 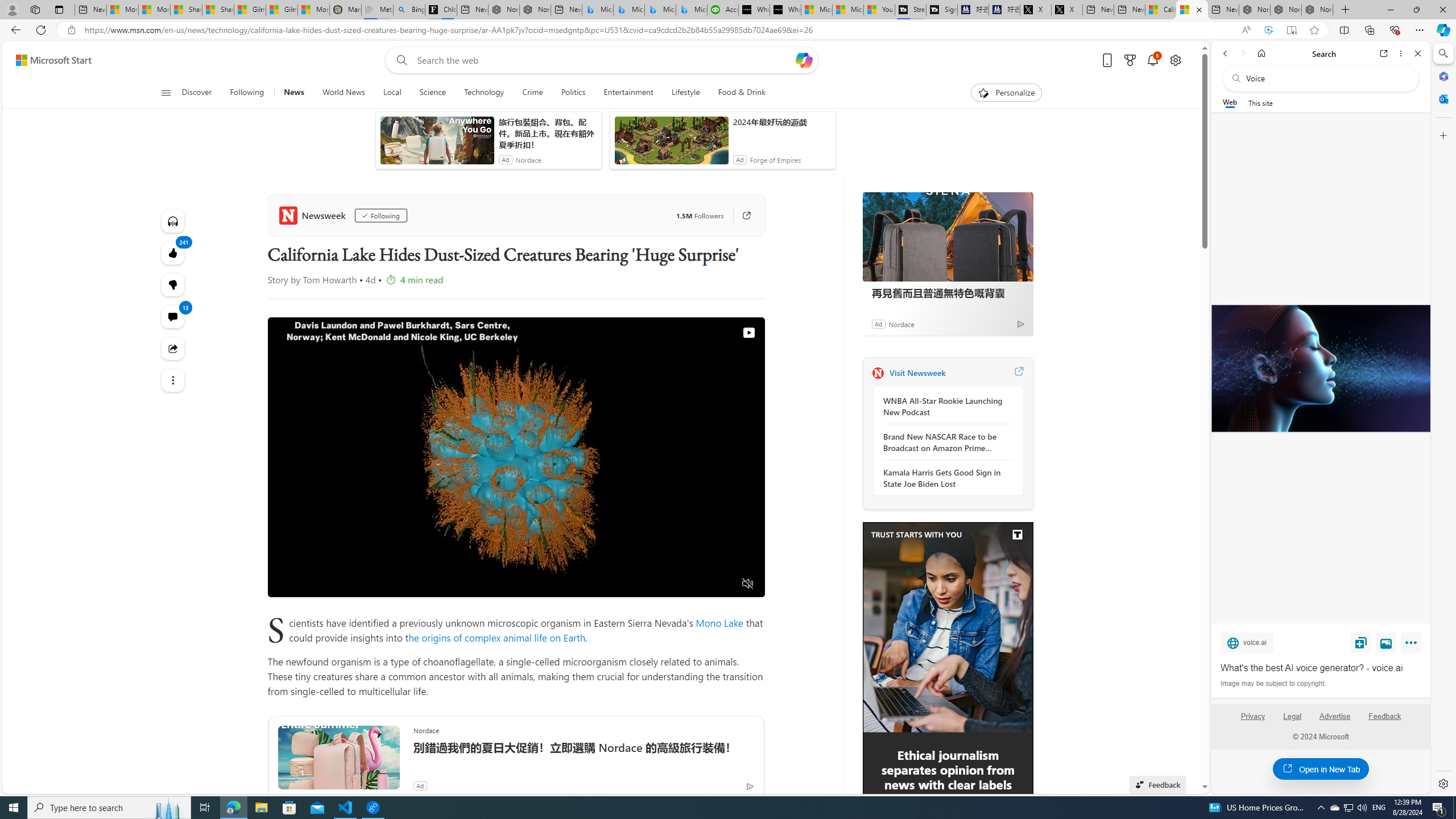 What do you see at coordinates (1230, 102) in the screenshot?
I see `'Web scope'` at bounding box center [1230, 102].